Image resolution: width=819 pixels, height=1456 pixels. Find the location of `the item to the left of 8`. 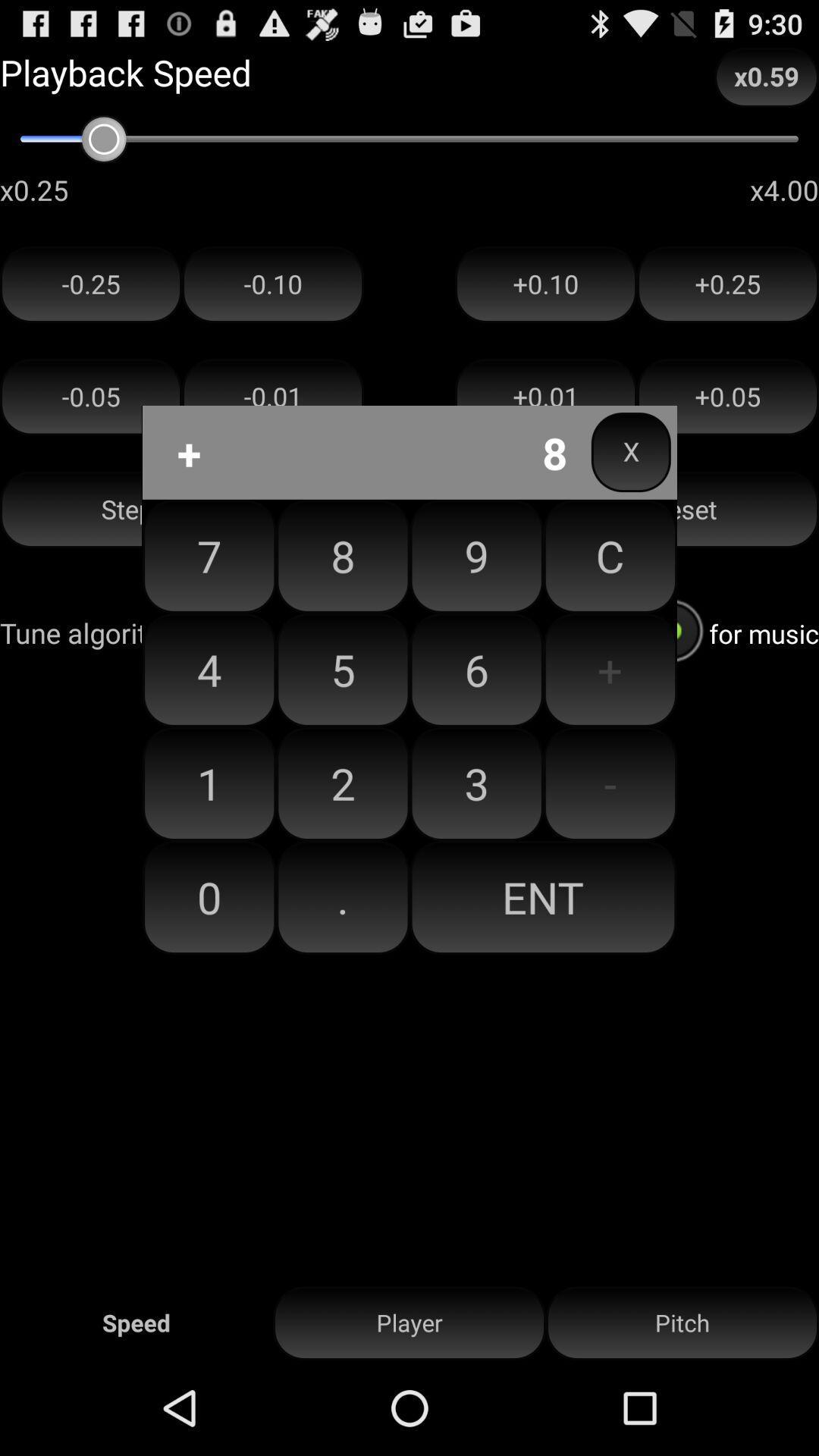

the item to the left of 8 is located at coordinates (209, 669).